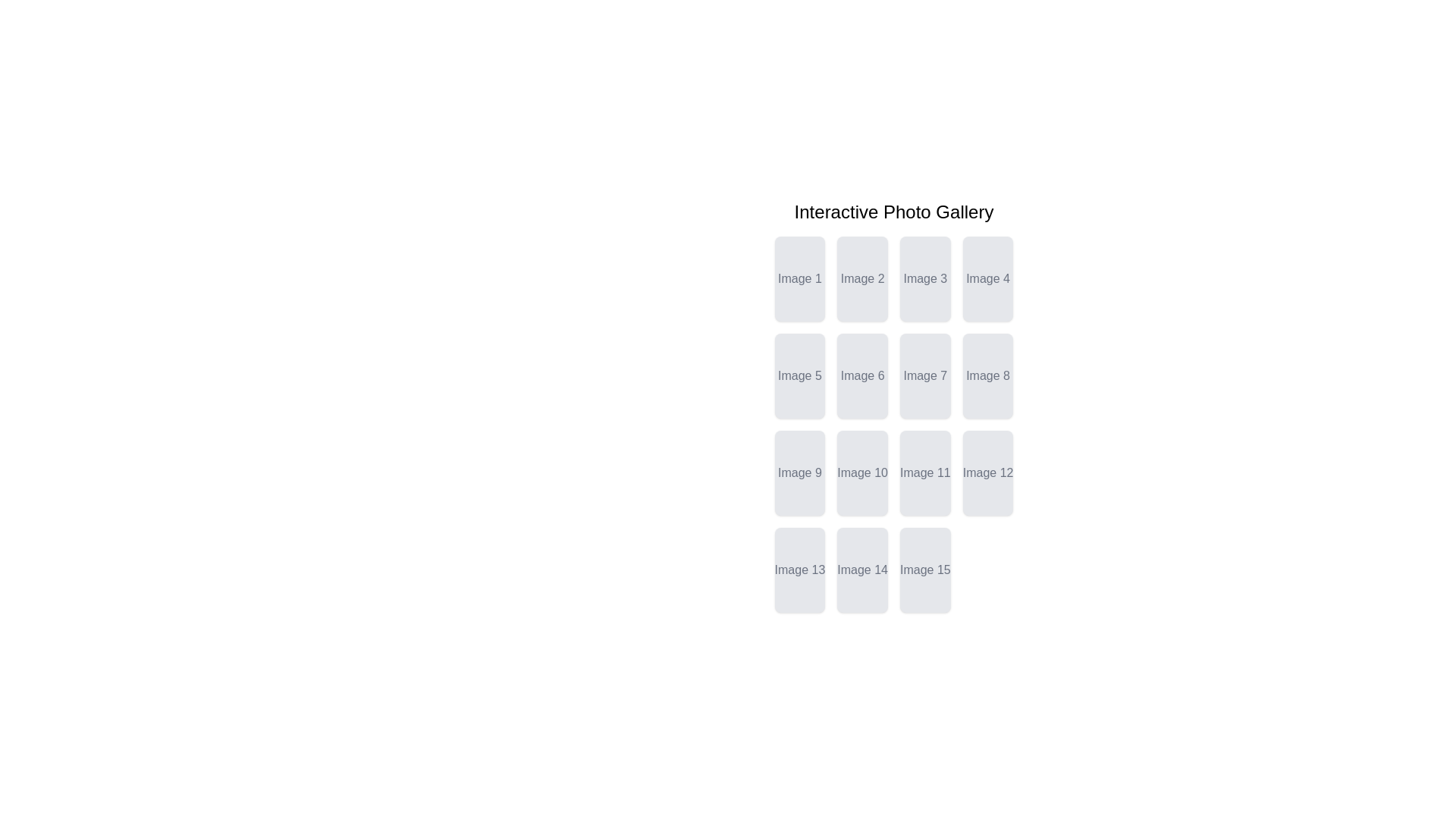  Describe the element at coordinates (799, 388) in the screenshot. I see `the floating overlay at the bottom of the card titled 'Image 5', which displays '0 Comment' with a dark semi-transparent background and white text` at that location.